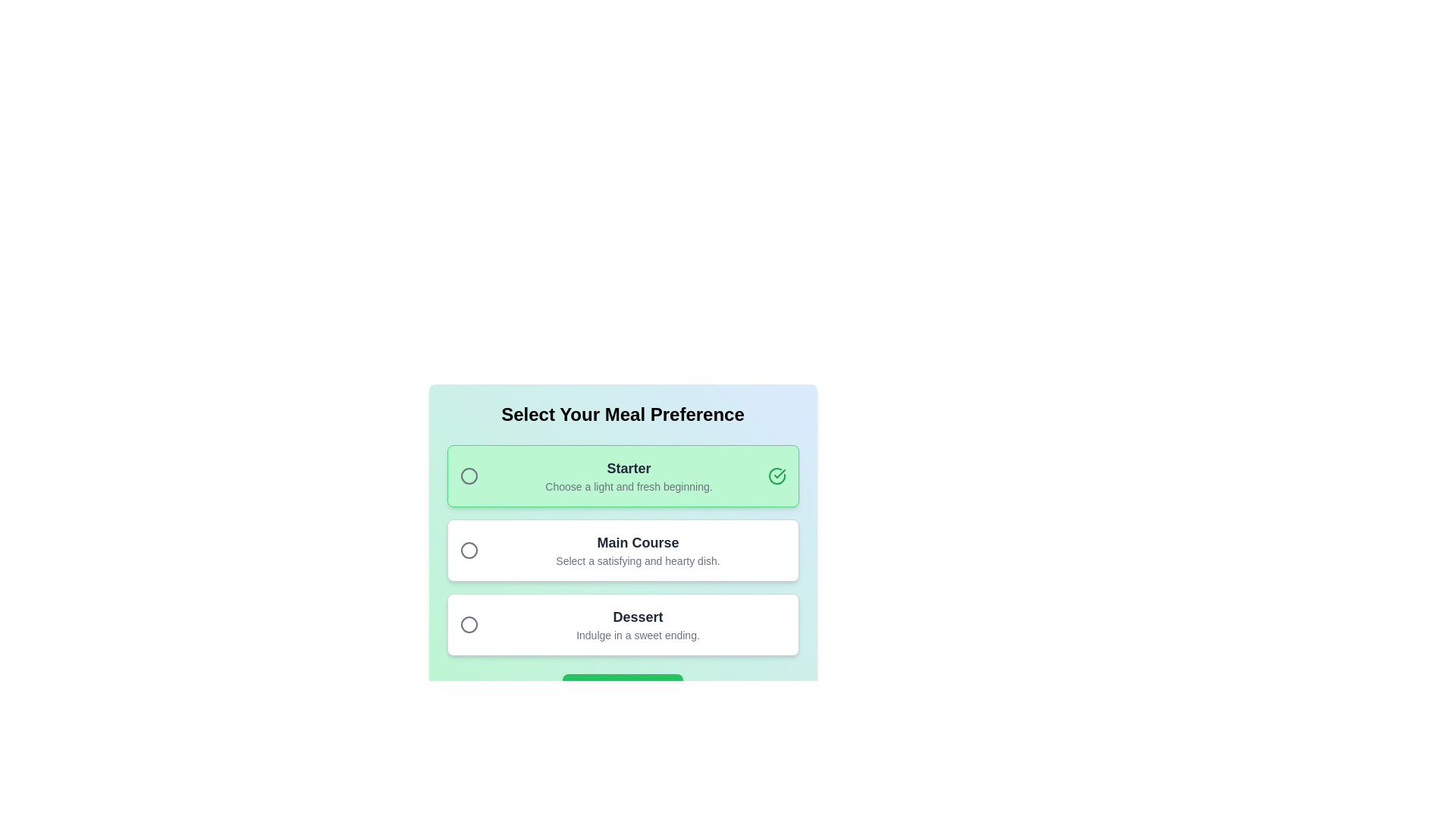  I want to click on the 'Confirm Selection' button, which has a white font on a green background and is located at the bottom of the 'Select Your Meal Preference' panel, so click(623, 689).